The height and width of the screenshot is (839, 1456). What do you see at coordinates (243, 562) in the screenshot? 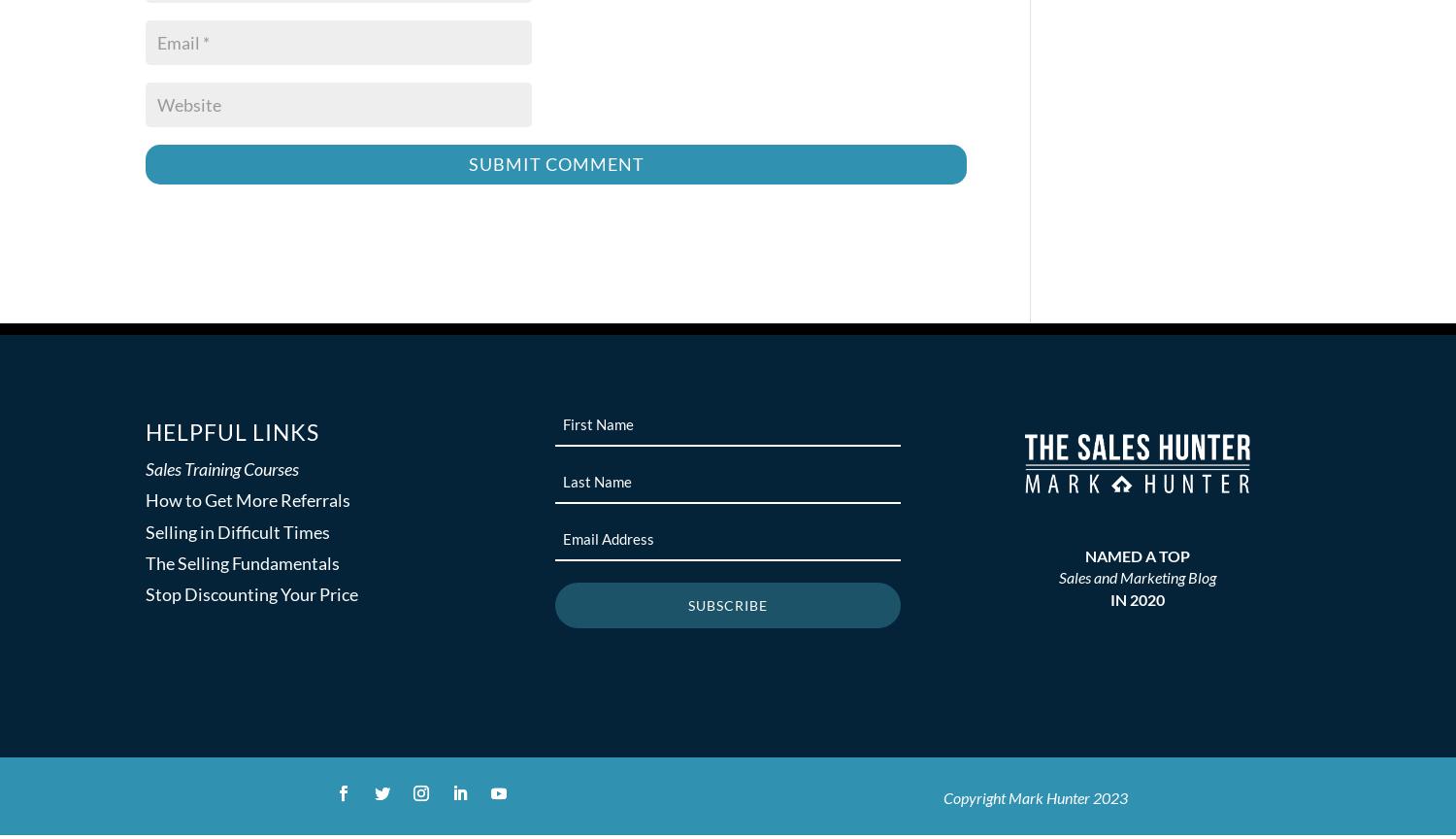
I see `'The Selling Fundamentals'` at bounding box center [243, 562].